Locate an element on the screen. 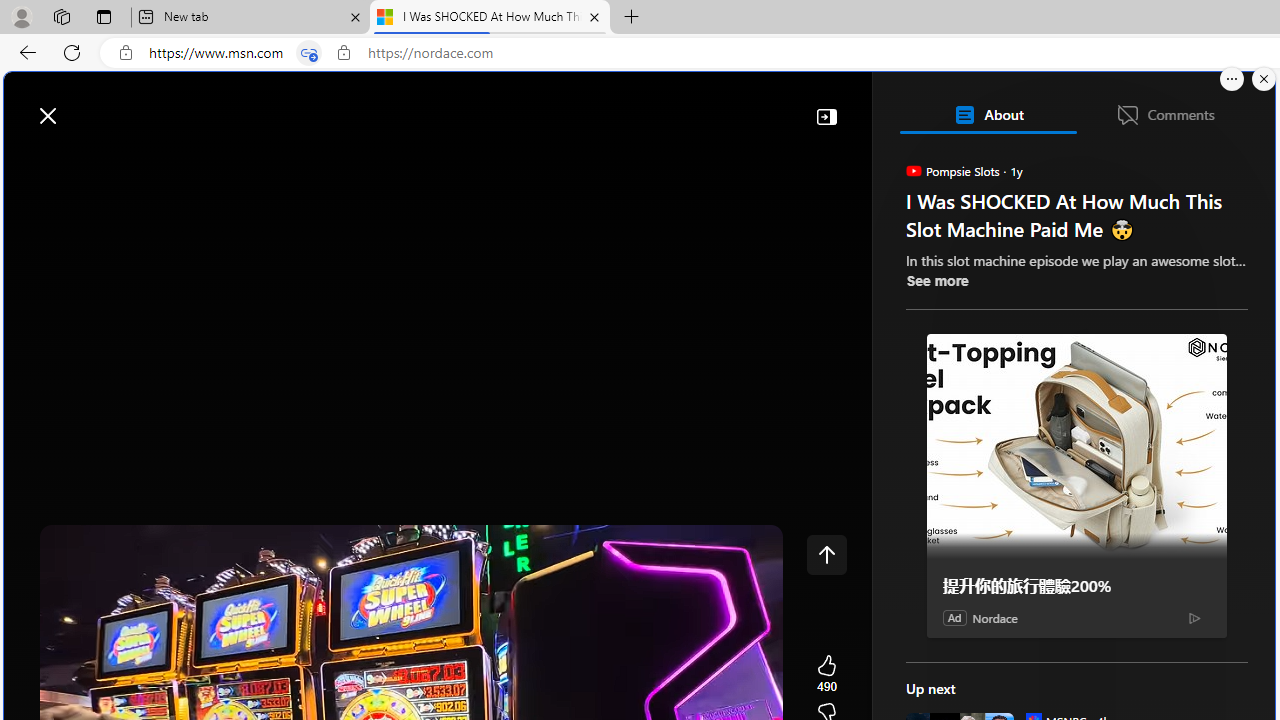 The width and height of the screenshot is (1280, 720). 'About' is located at coordinates (987, 114).